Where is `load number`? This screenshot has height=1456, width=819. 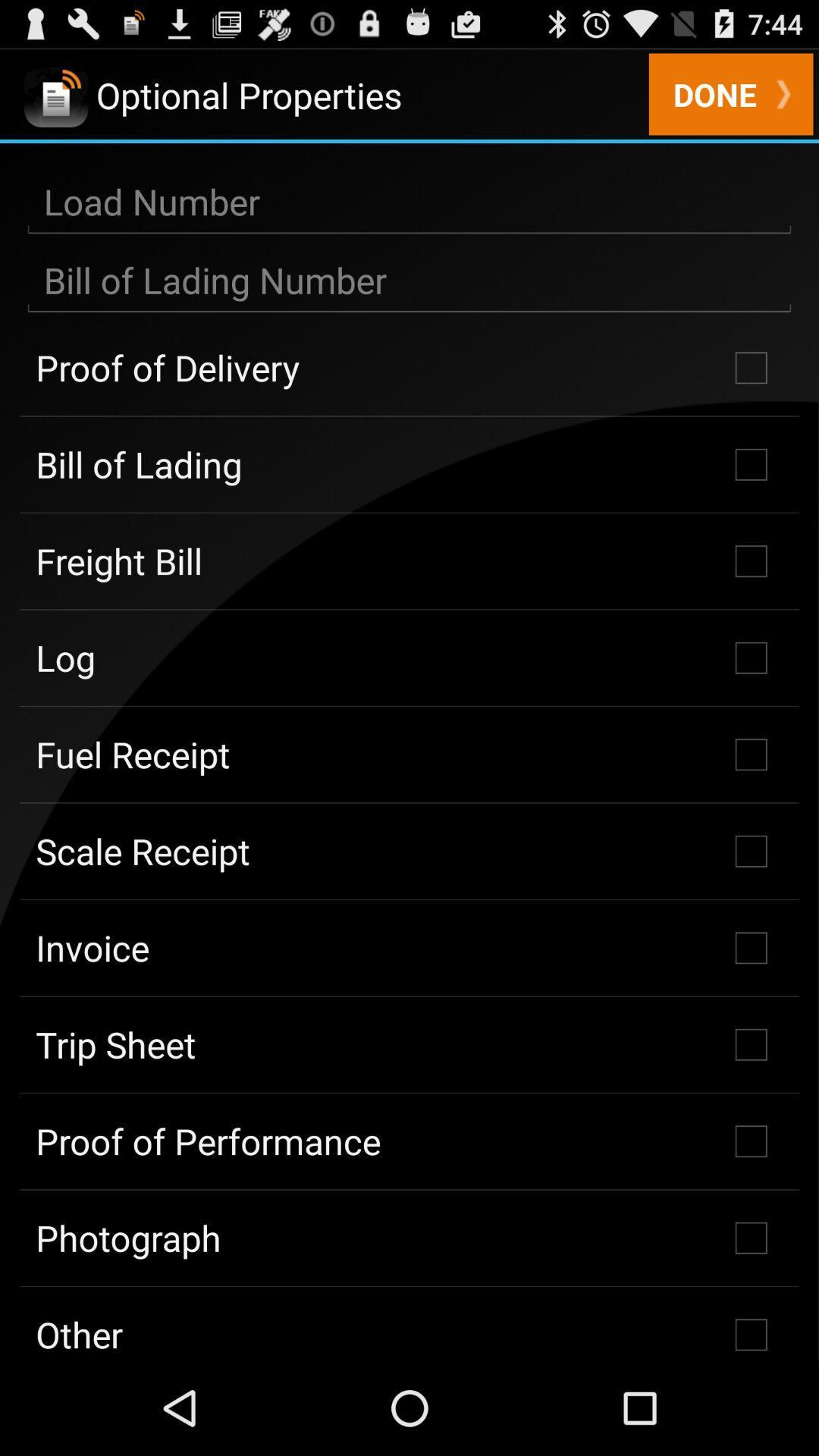
load number is located at coordinates (409, 202).